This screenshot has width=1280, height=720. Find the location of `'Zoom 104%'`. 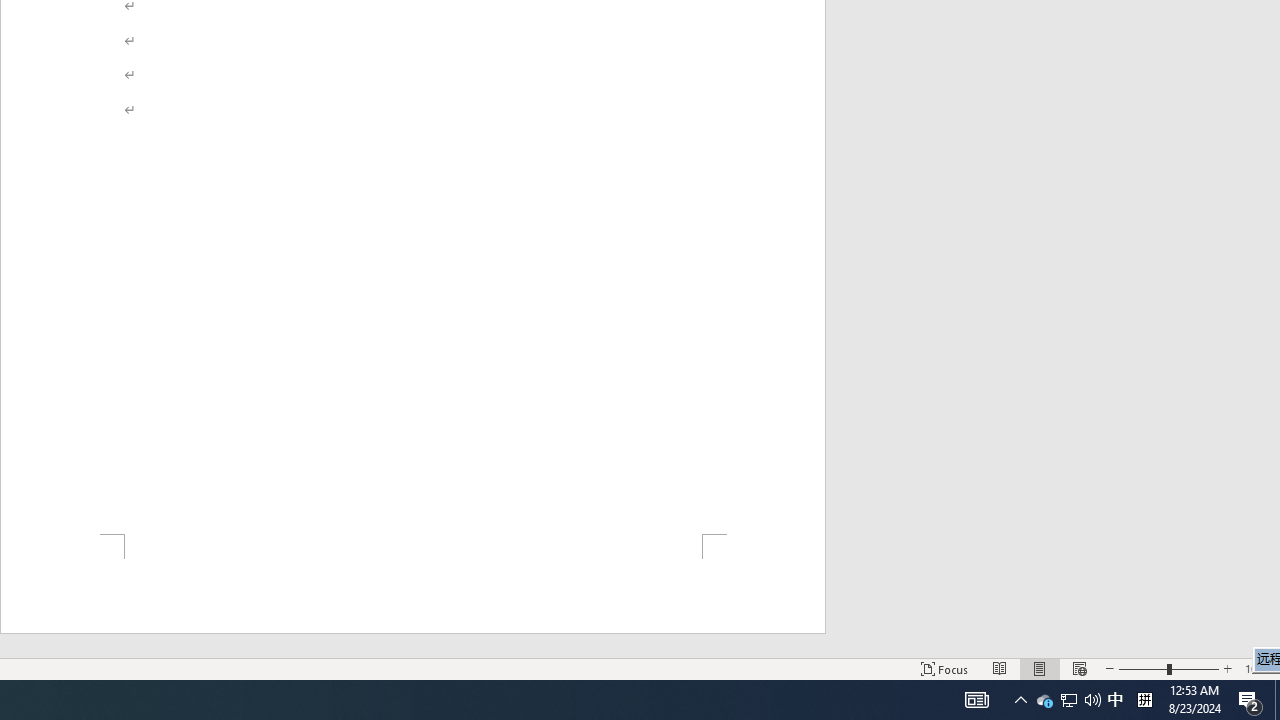

'Zoom 104%' is located at coordinates (1257, 669).